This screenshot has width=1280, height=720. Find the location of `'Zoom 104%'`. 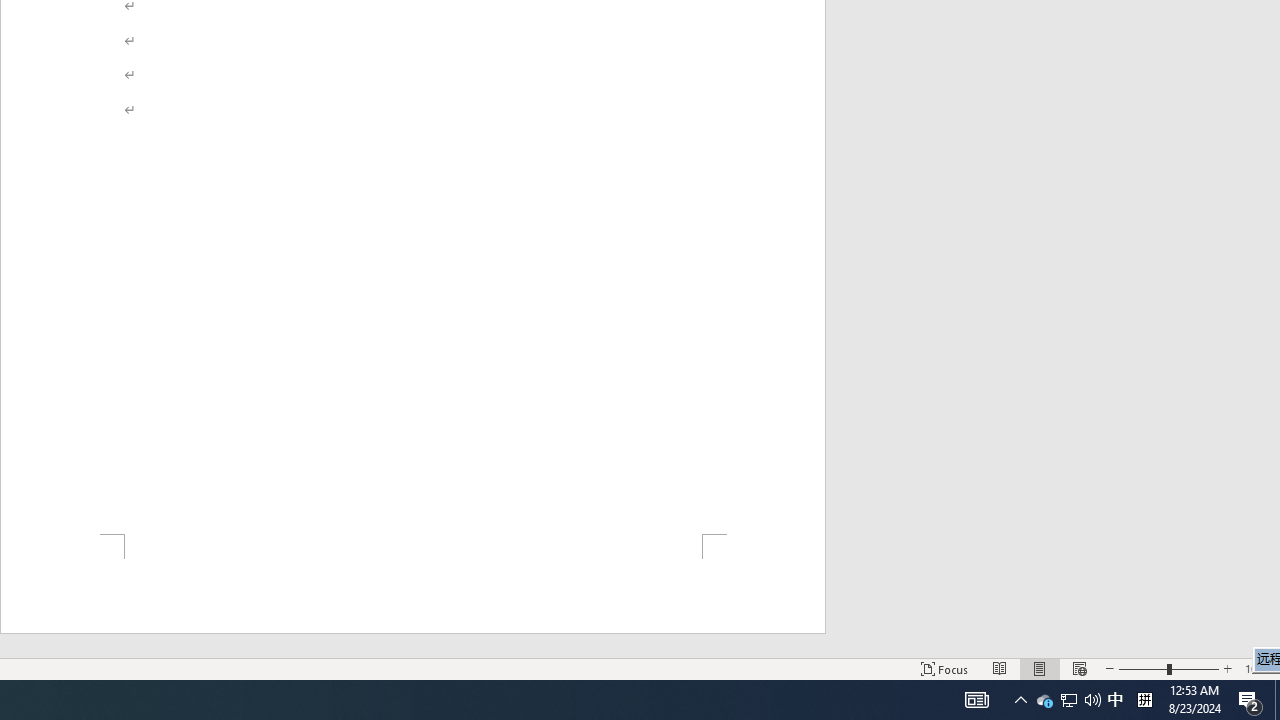

'Zoom 104%' is located at coordinates (1257, 669).